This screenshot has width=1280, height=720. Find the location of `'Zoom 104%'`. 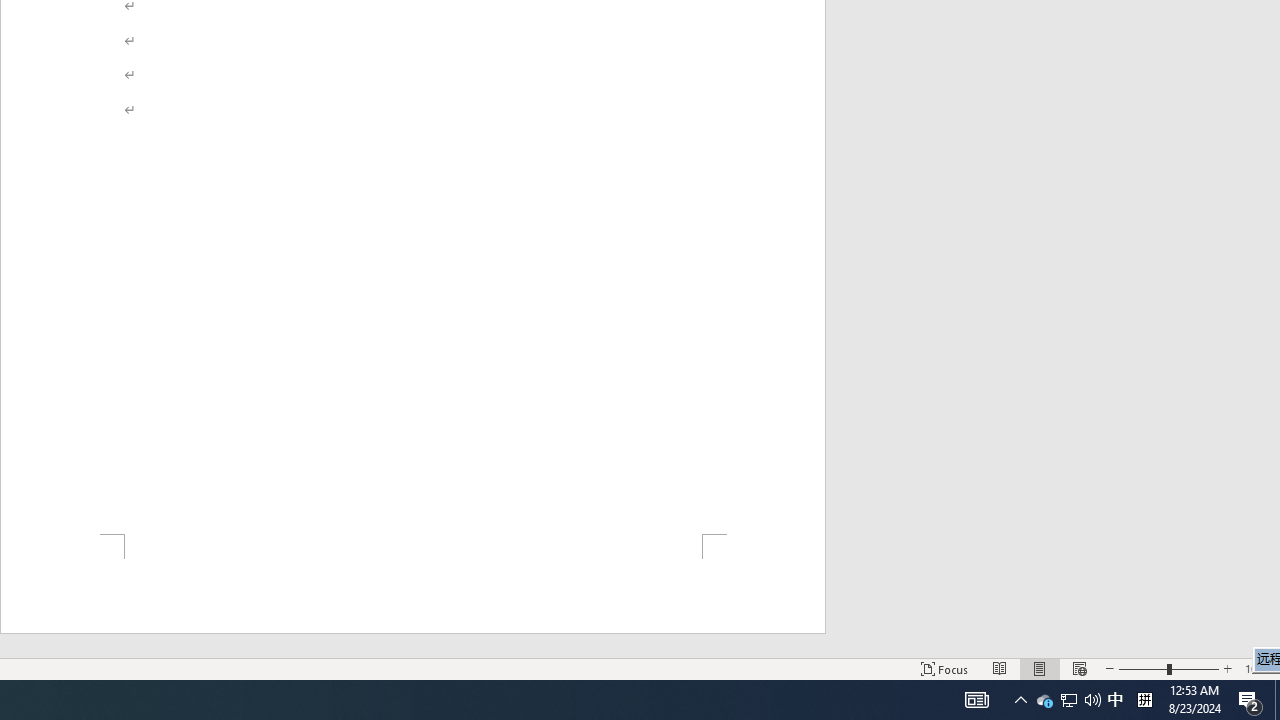

'Zoom 104%' is located at coordinates (1257, 669).